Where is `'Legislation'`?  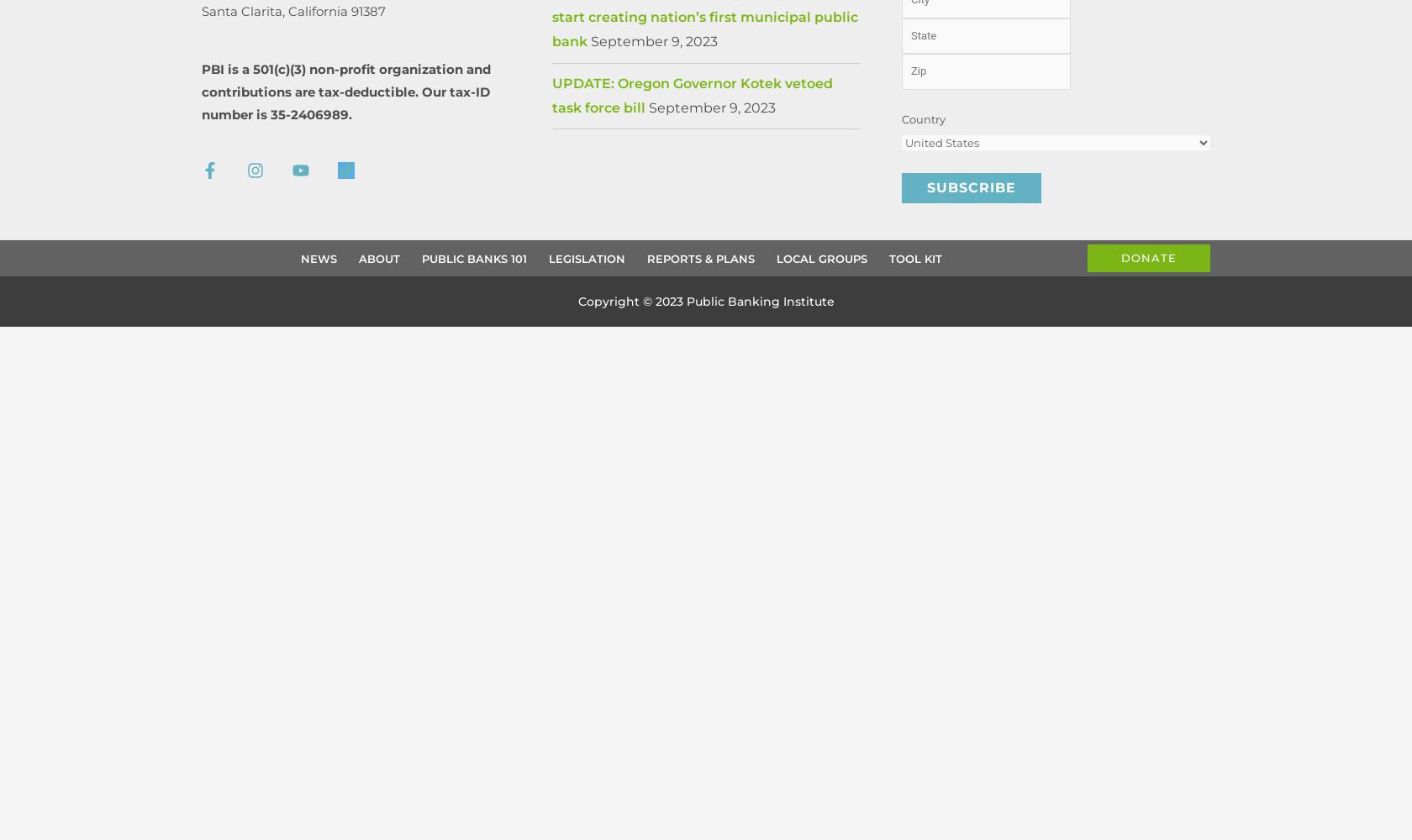
'Legislation' is located at coordinates (587, 258).